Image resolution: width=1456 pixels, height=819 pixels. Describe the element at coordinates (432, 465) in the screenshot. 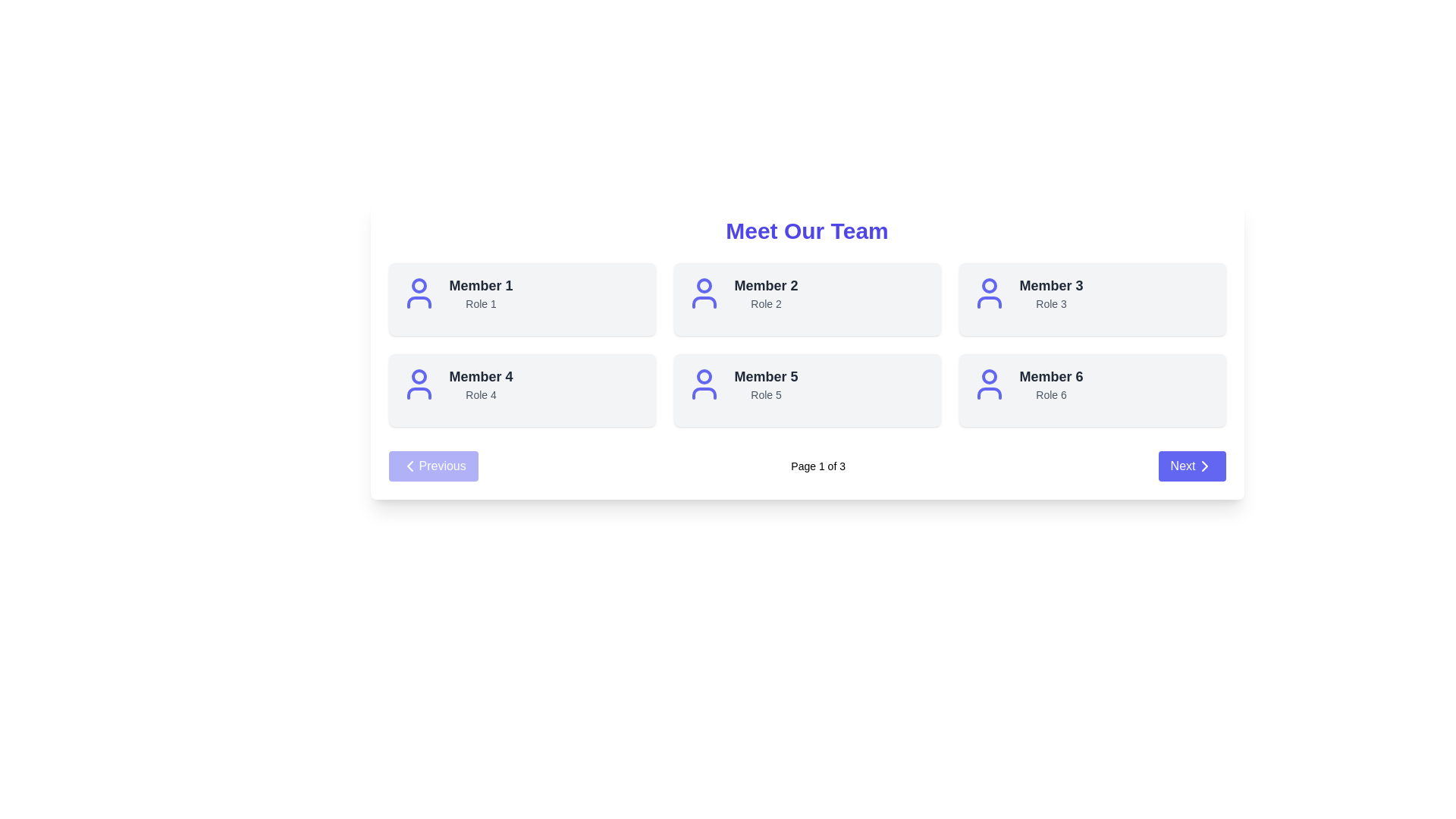

I see `the previous button in the pagination navigation bar located at the bottom-left corner` at that location.